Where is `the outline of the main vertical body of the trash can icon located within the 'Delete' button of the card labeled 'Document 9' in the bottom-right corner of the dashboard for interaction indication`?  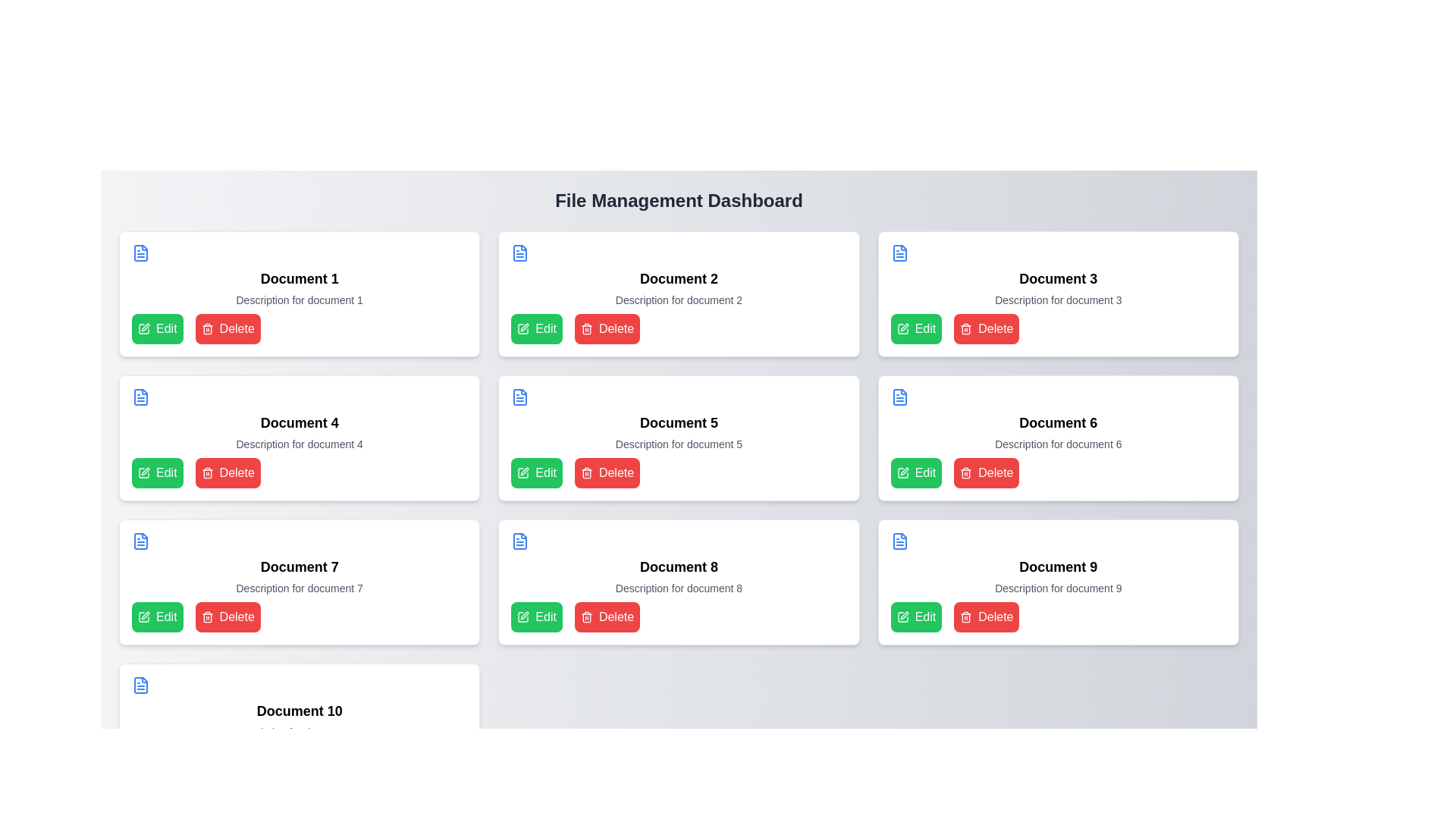 the outline of the main vertical body of the trash can icon located within the 'Delete' button of the card labeled 'Document 9' in the bottom-right corner of the dashboard for interaction indication is located at coordinates (965, 618).